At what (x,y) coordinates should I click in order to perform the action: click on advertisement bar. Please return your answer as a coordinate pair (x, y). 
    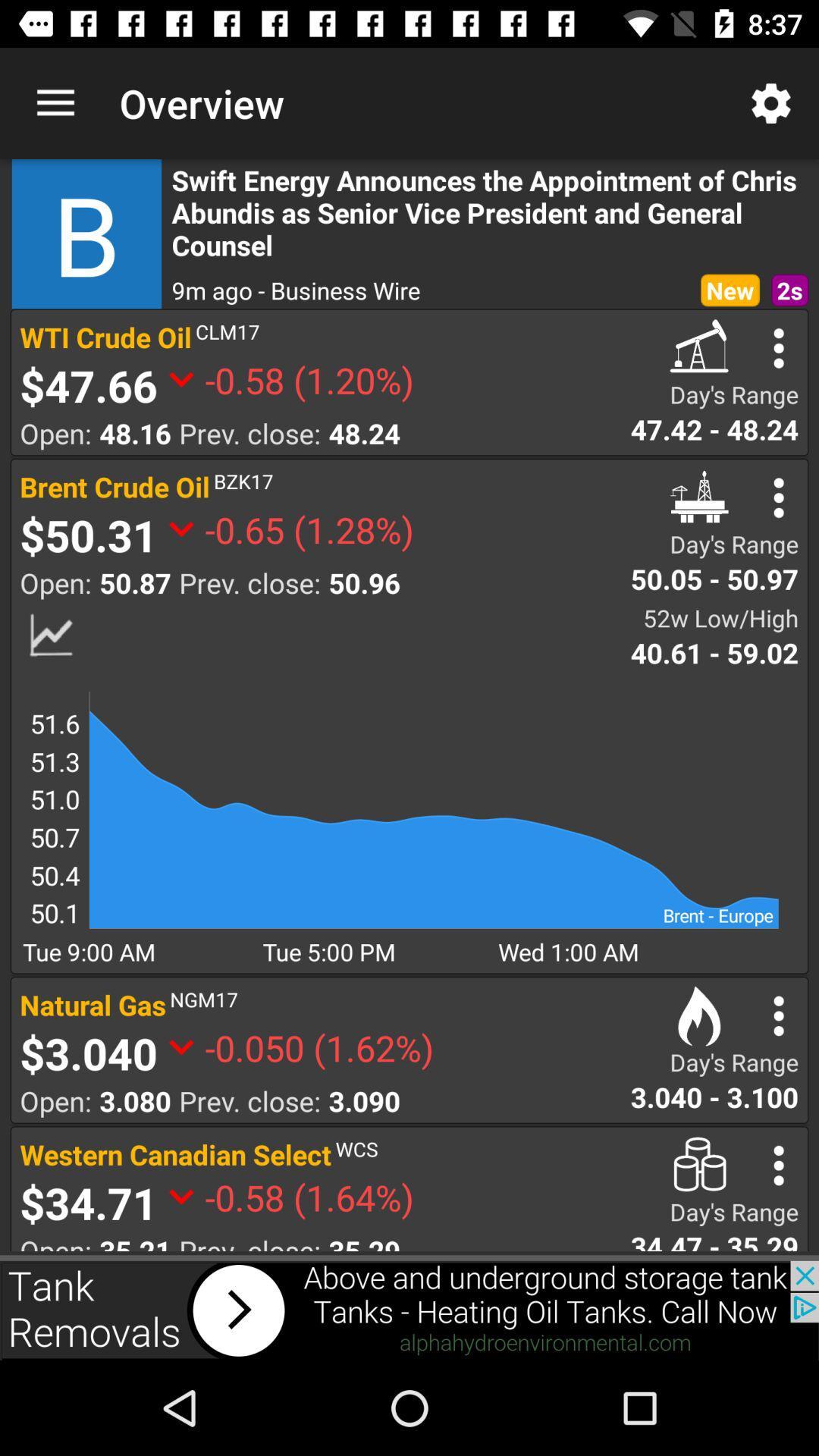
    Looking at the image, I should click on (409, 1310).